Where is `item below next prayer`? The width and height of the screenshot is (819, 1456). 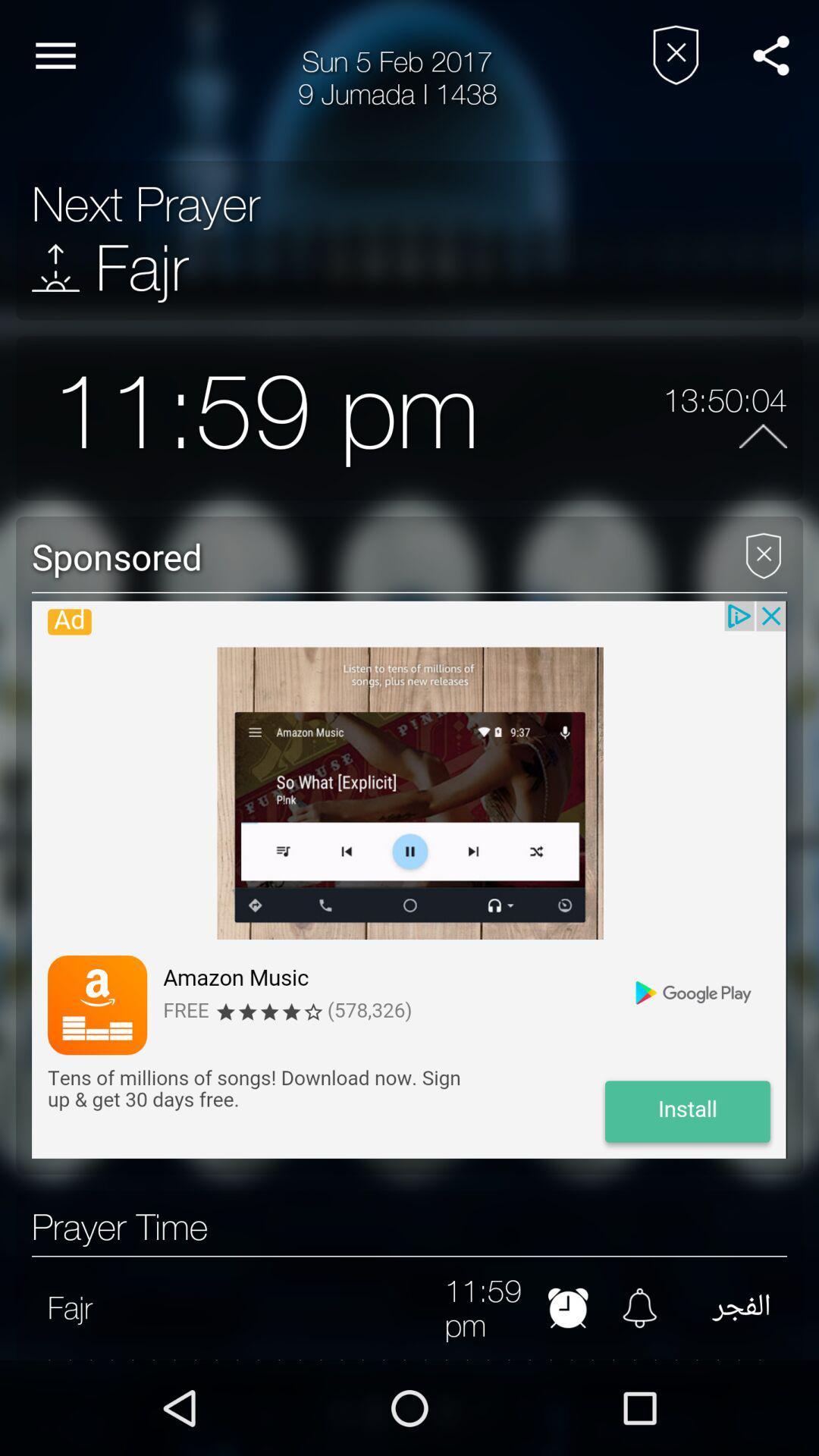 item below next prayer is located at coordinates (55, 268).